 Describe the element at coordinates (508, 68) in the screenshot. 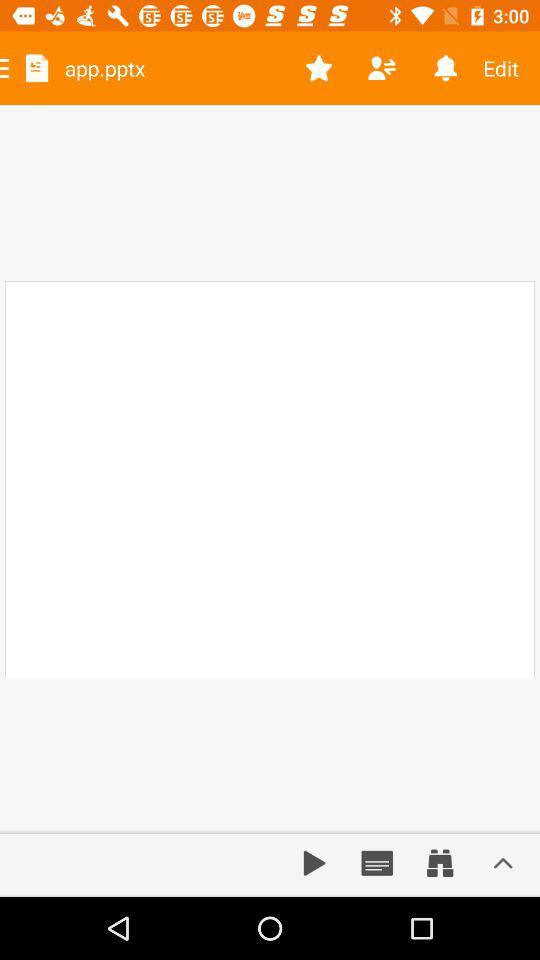

I see `edit item` at that location.